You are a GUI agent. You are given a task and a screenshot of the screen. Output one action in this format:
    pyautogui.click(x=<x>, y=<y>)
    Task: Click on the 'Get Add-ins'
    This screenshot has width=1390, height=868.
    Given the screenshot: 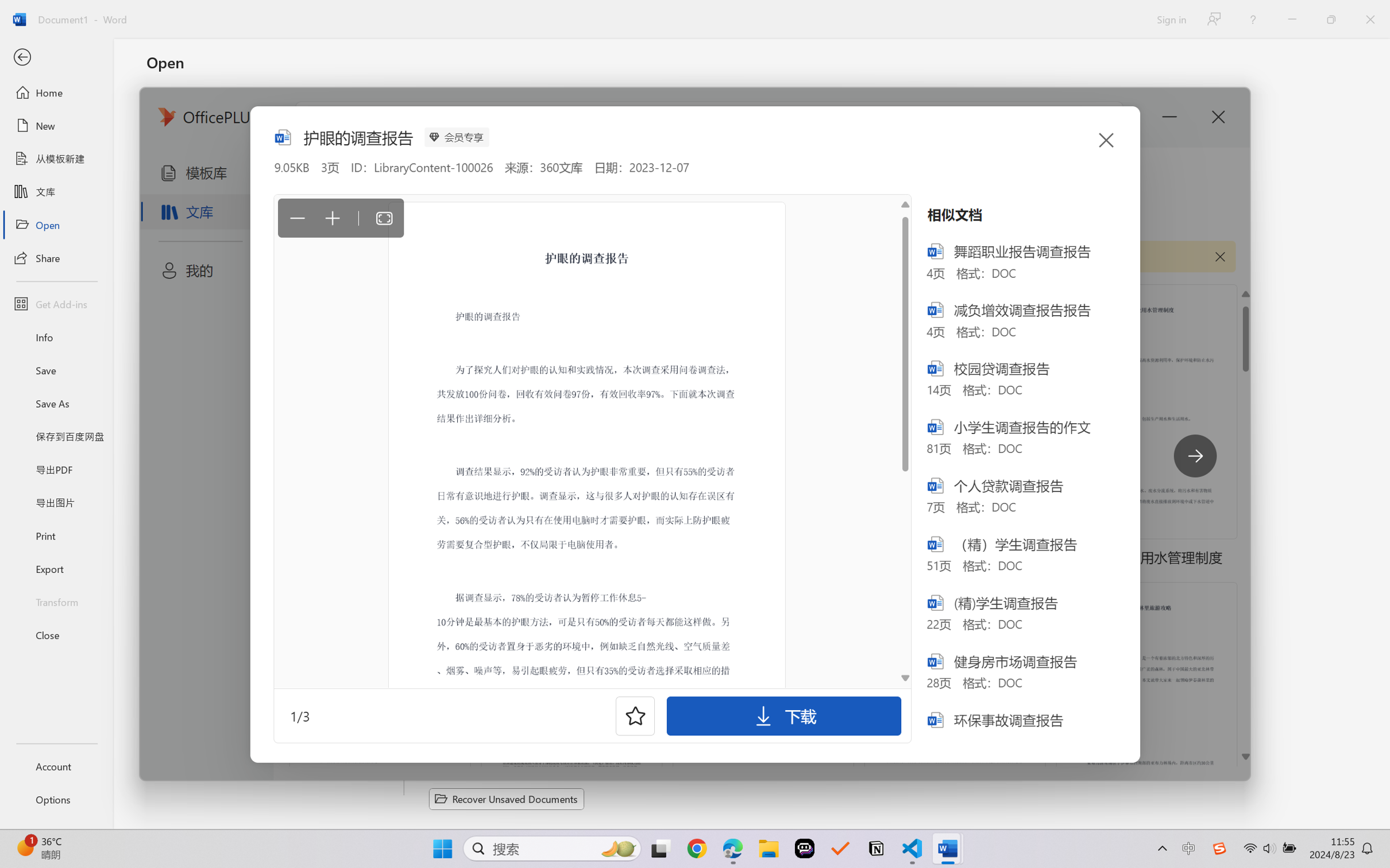 What is the action you would take?
    pyautogui.click(x=56, y=303)
    